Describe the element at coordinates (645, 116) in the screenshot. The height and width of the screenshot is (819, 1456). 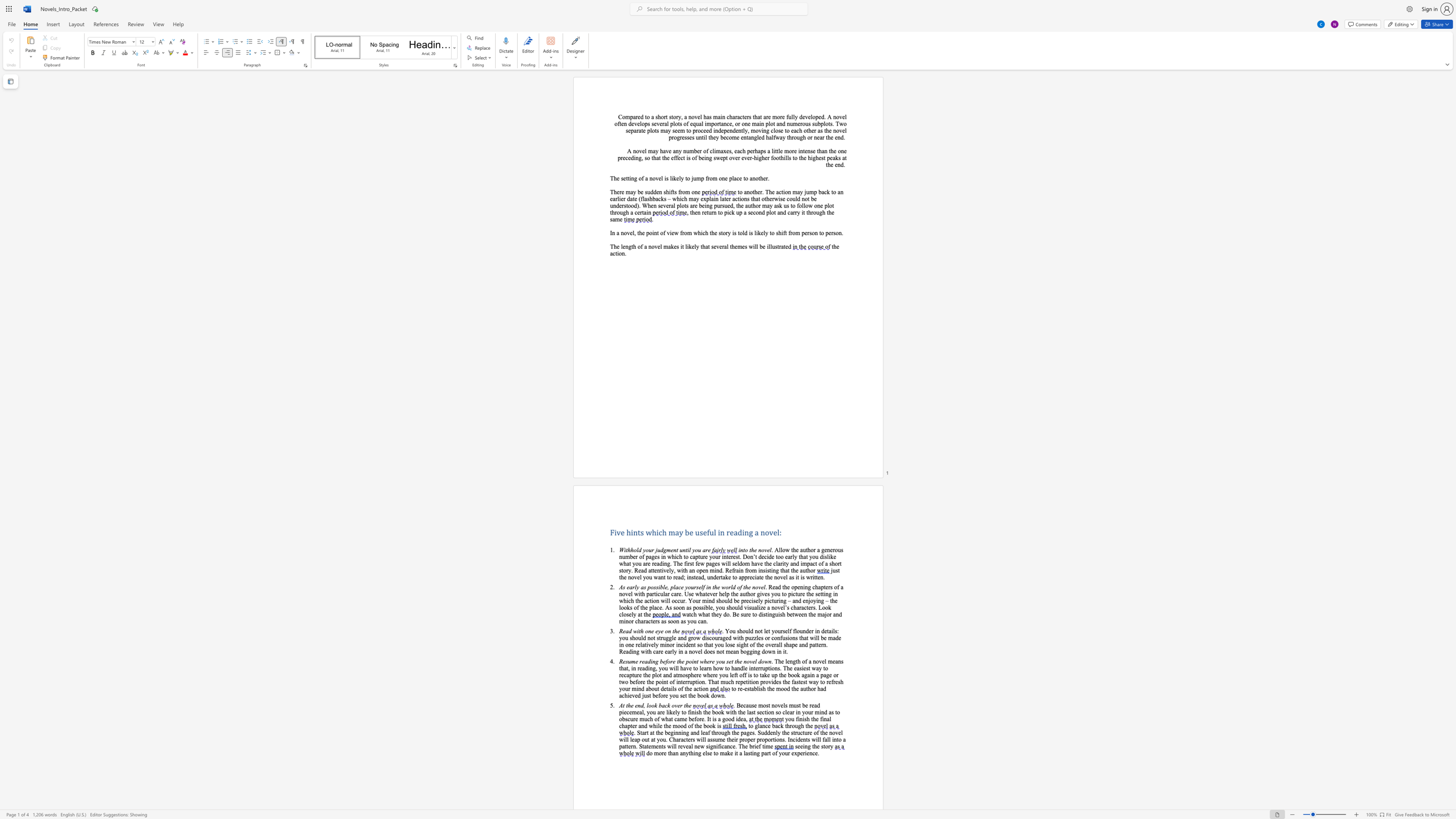
I see `the subset text "o a short story, a novel has main characters that are more fully developed. A novel often de" within the text "Compared to a short story, a novel has main characters that are more fully developed. A novel often develops several plots of equal importance, or one main plot and"` at that location.